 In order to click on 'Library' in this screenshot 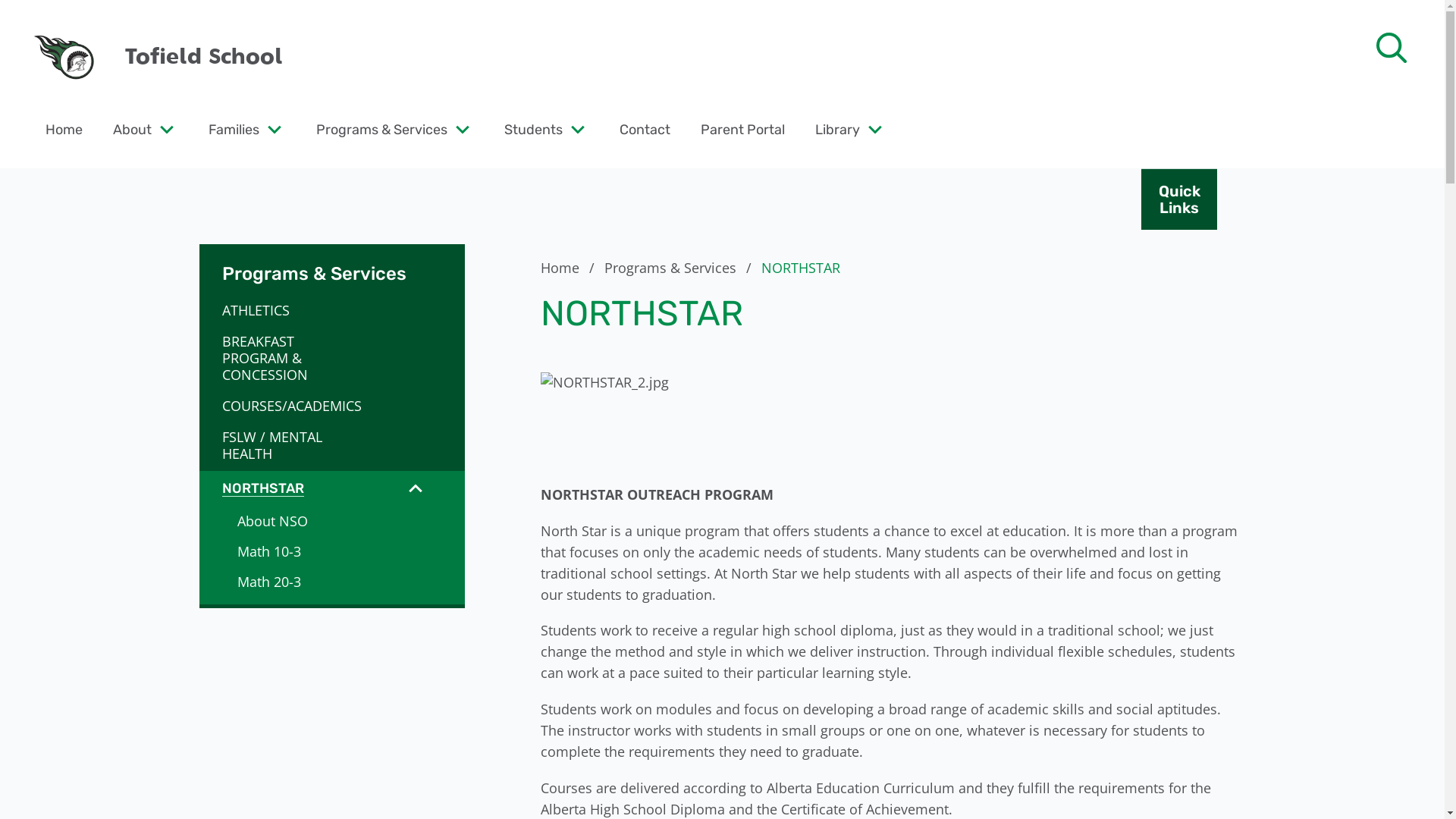, I will do `click(836, 128)`.